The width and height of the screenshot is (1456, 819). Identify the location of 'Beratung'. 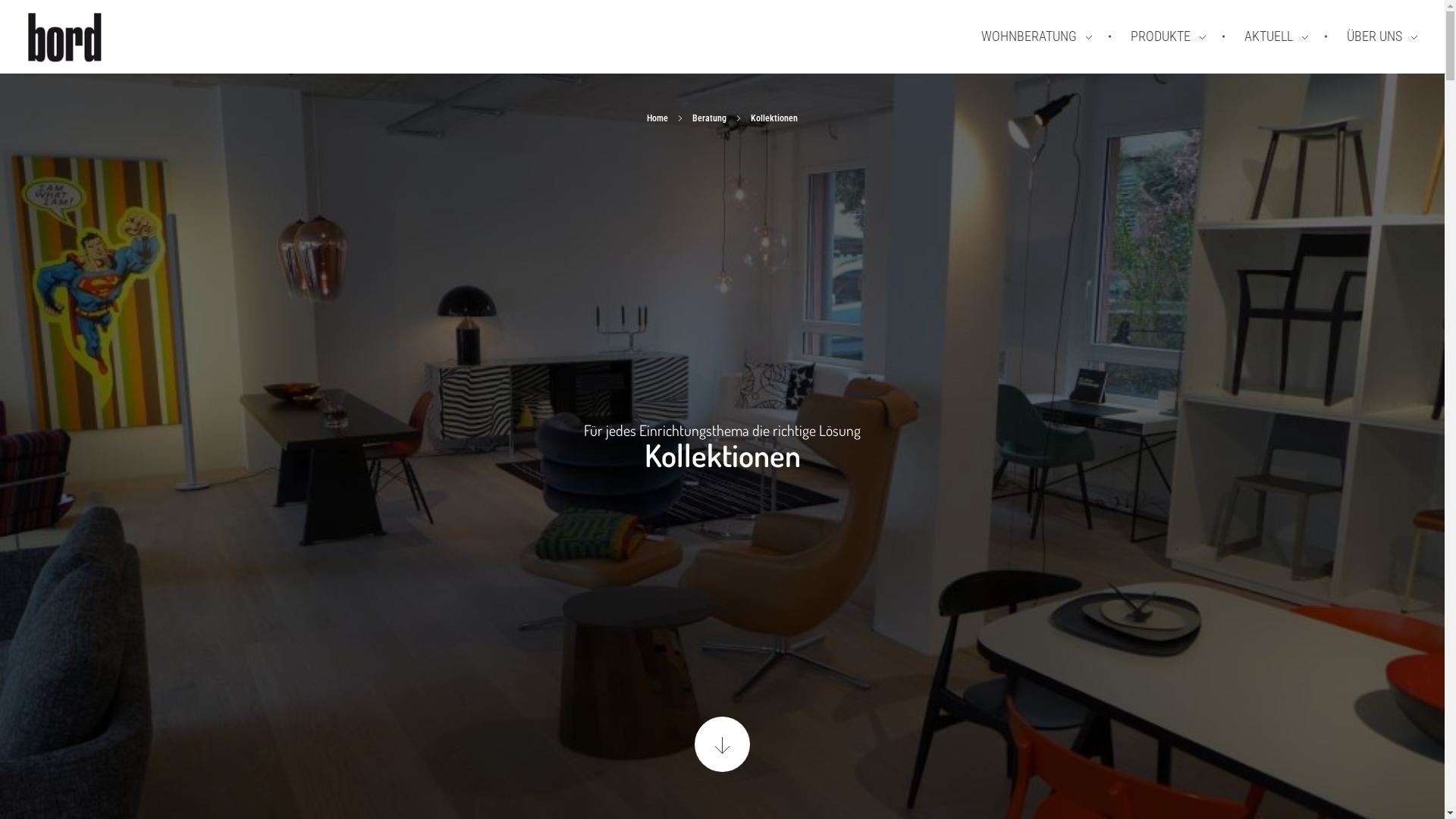
(708, 117).